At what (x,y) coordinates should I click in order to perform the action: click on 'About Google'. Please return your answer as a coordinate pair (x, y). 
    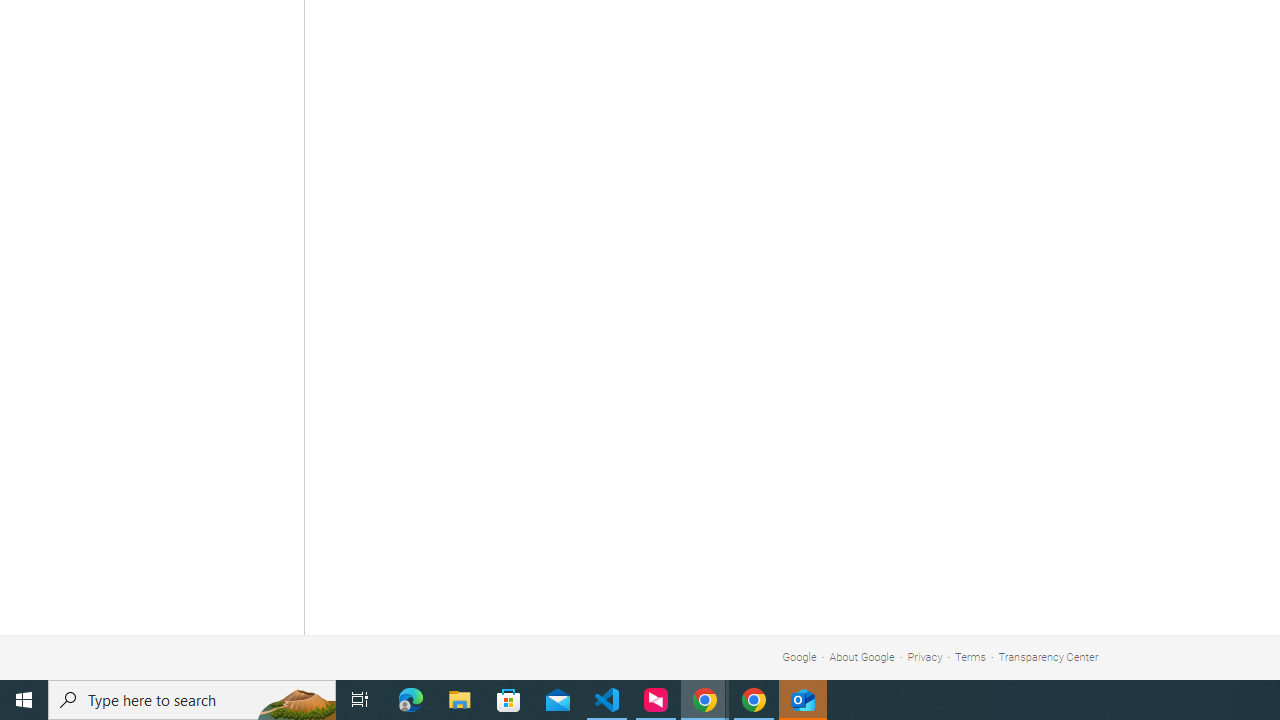
    Looking at the image, I should click on (862, 657).